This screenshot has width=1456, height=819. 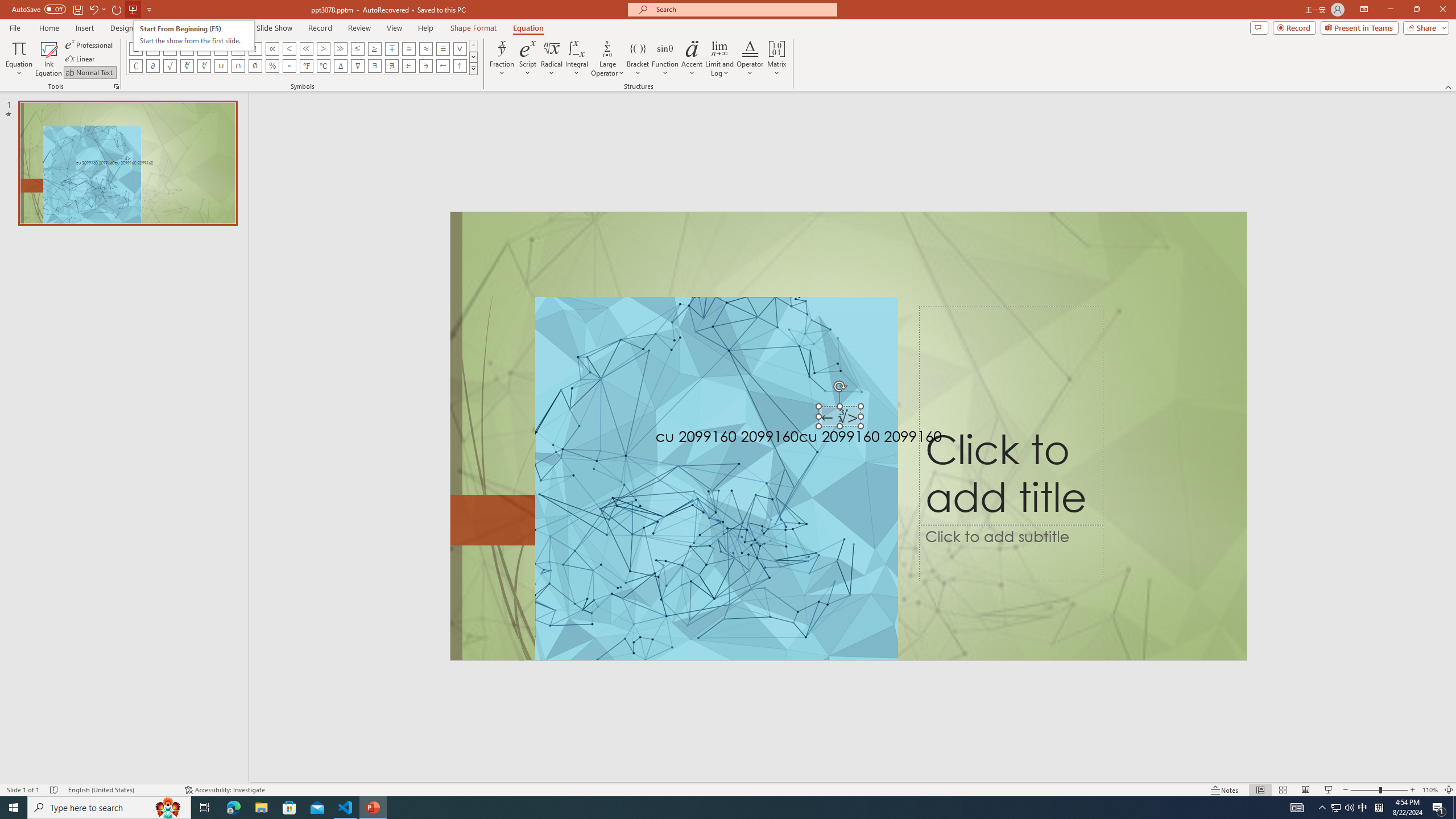 What do you see at coordinates (638, 59) in the screenshot?
I see `'Bracket'` at bounding box center [638, 59].